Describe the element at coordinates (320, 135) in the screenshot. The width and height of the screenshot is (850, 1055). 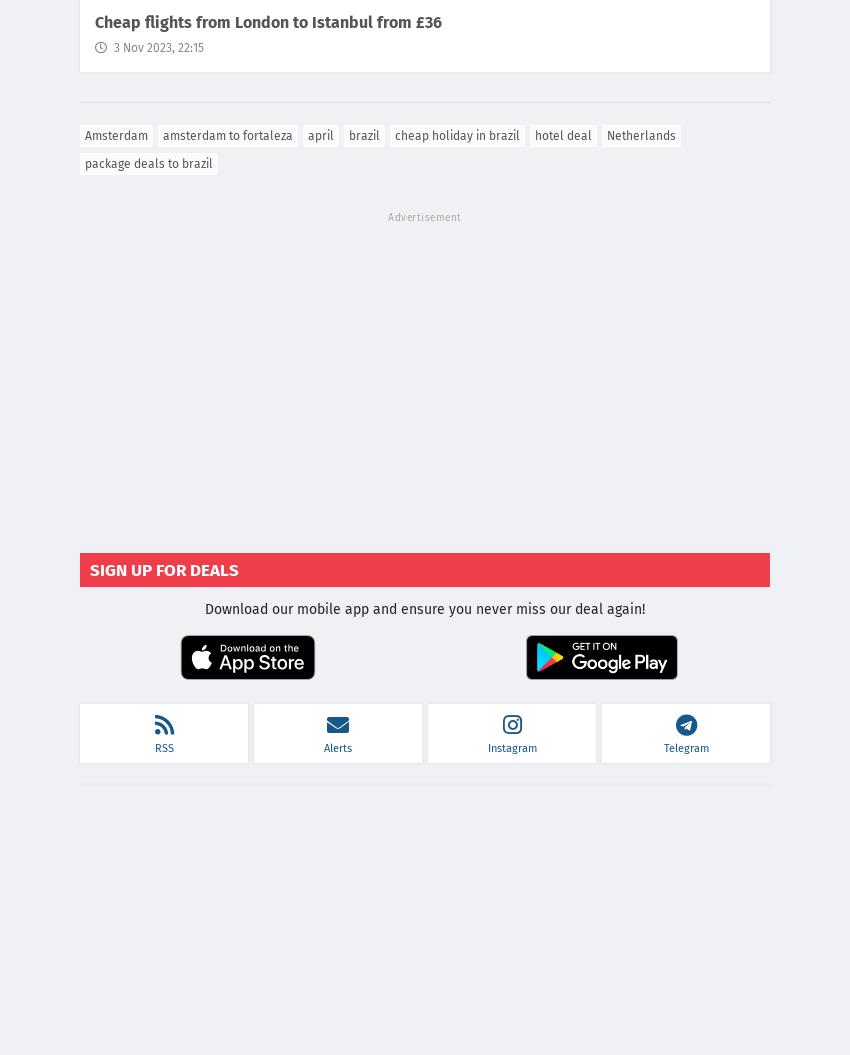
I see `'april'` at that location.